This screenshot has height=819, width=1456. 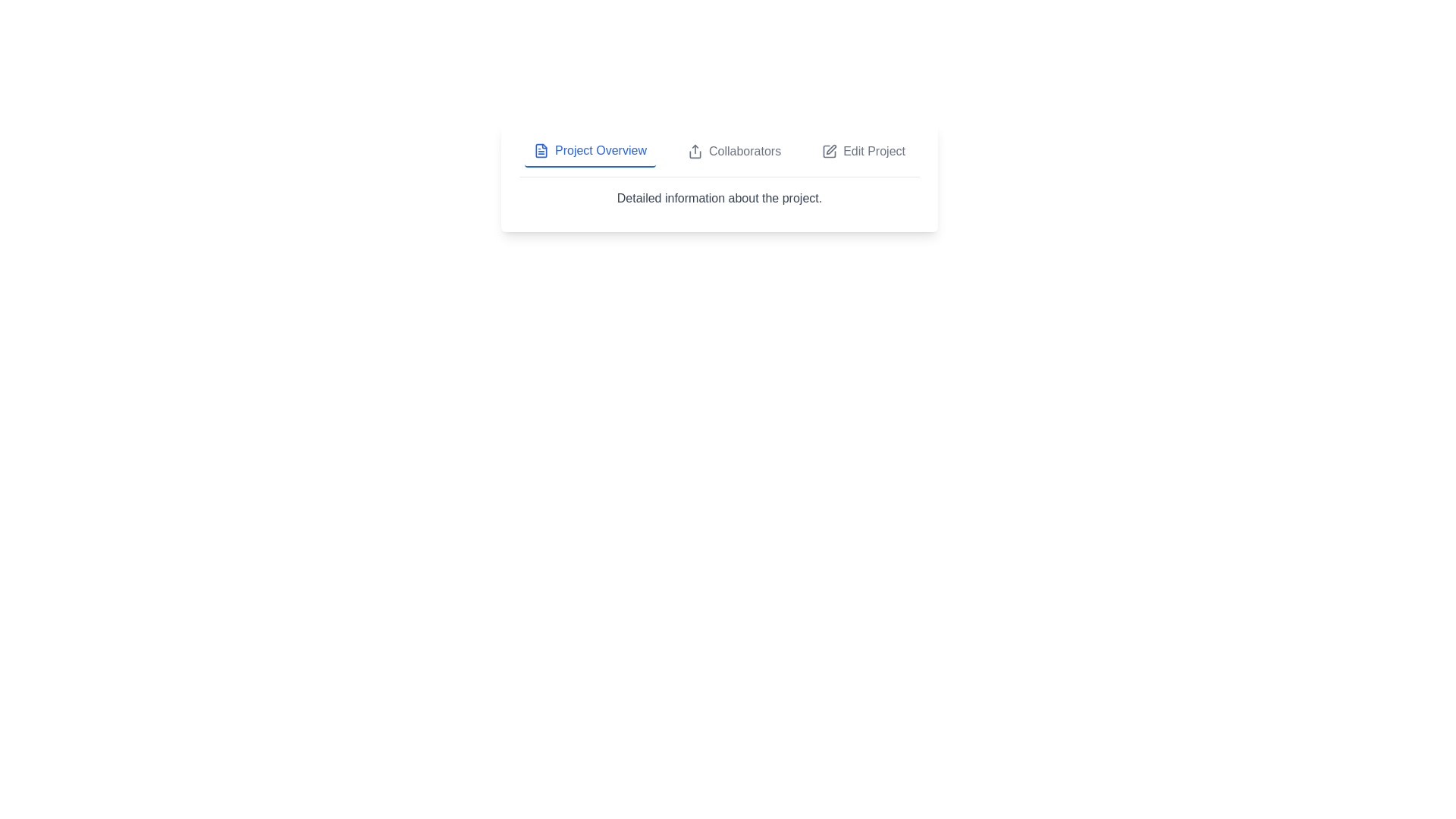 I want to click on the tab titled Edit Project to switch the content, so click(x=863, y=152).